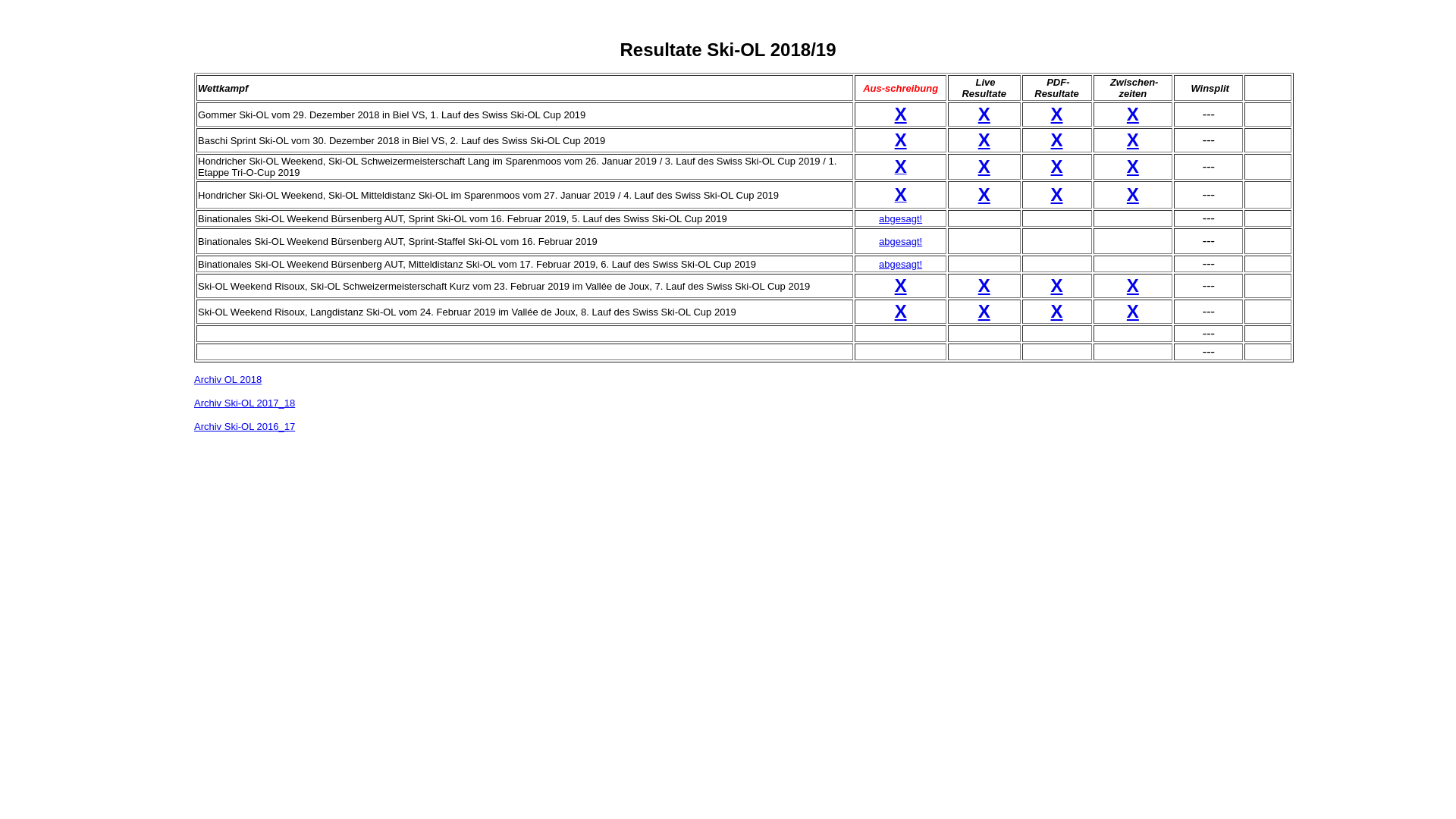  I want to click on 'X', so click(1132, 285).